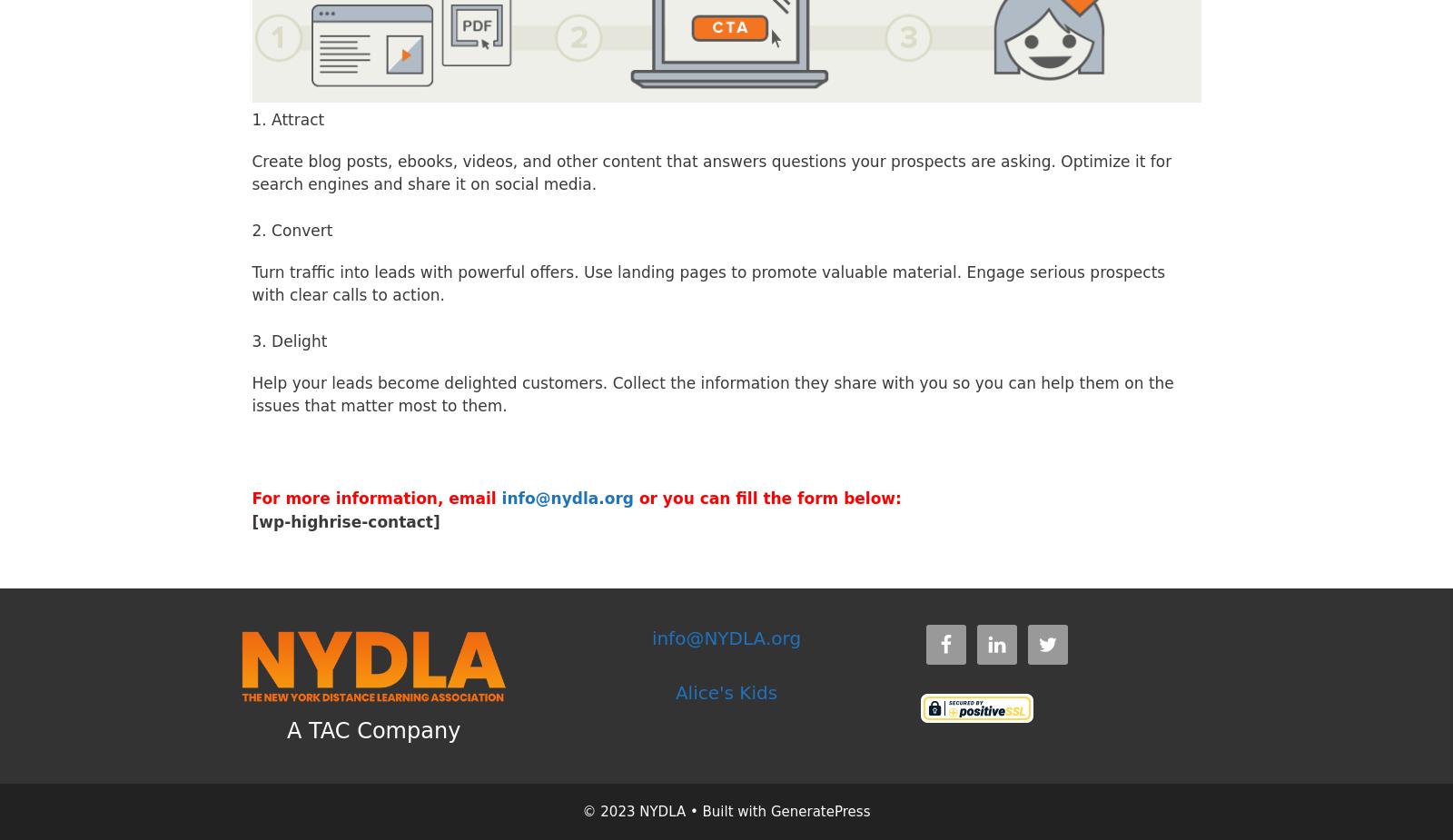 This screenshot has height=840, width=1453. I want to click on 'GeneratePress', so click(769, 812).